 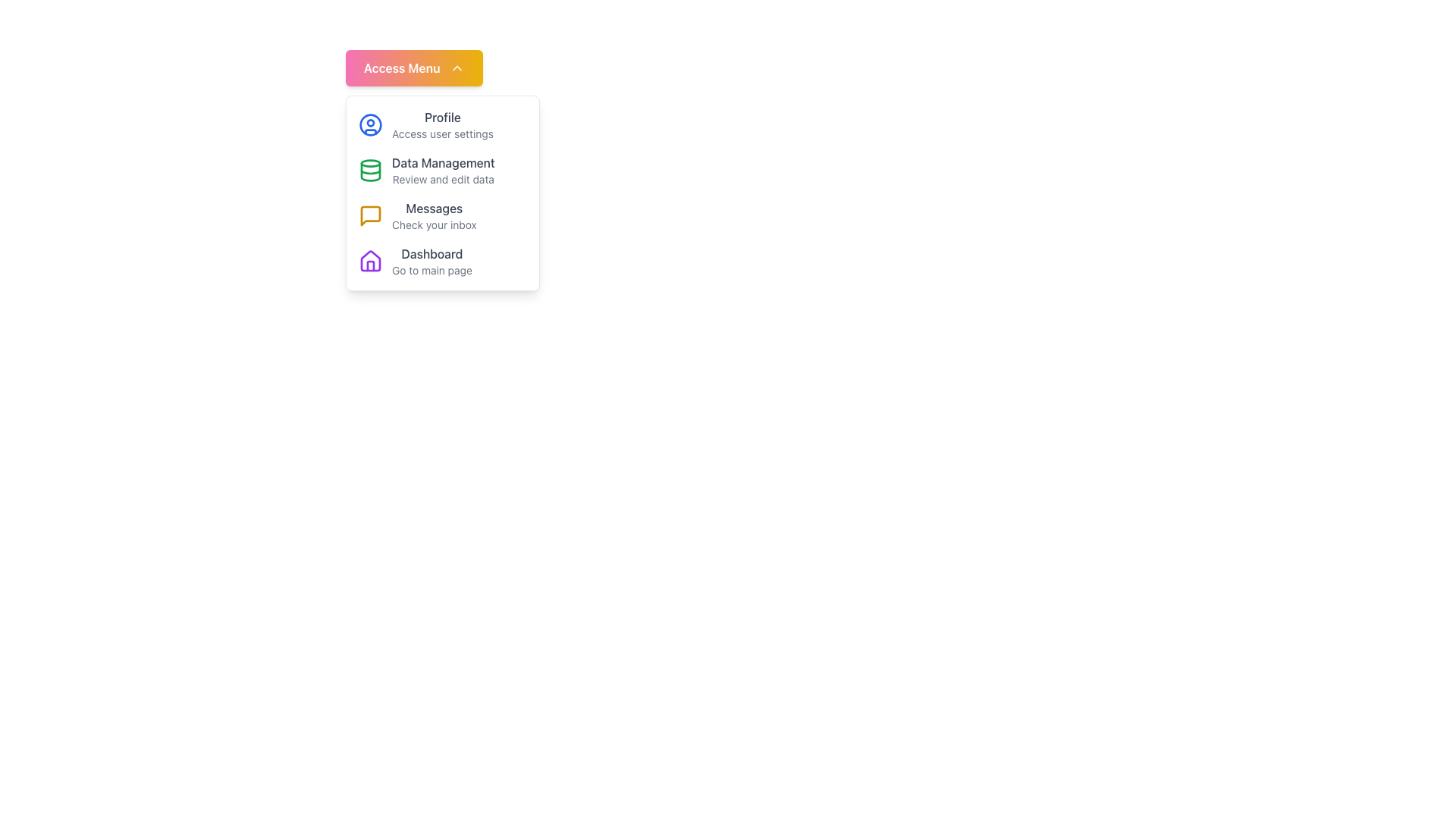 What do you see at coordinates (441, 116) in the screenshot?
I see `the Text Label indicating 'Profile' within the dropdown menu, positioned immediately to the right of the user avatar icon` at bounding box center [441, 116].